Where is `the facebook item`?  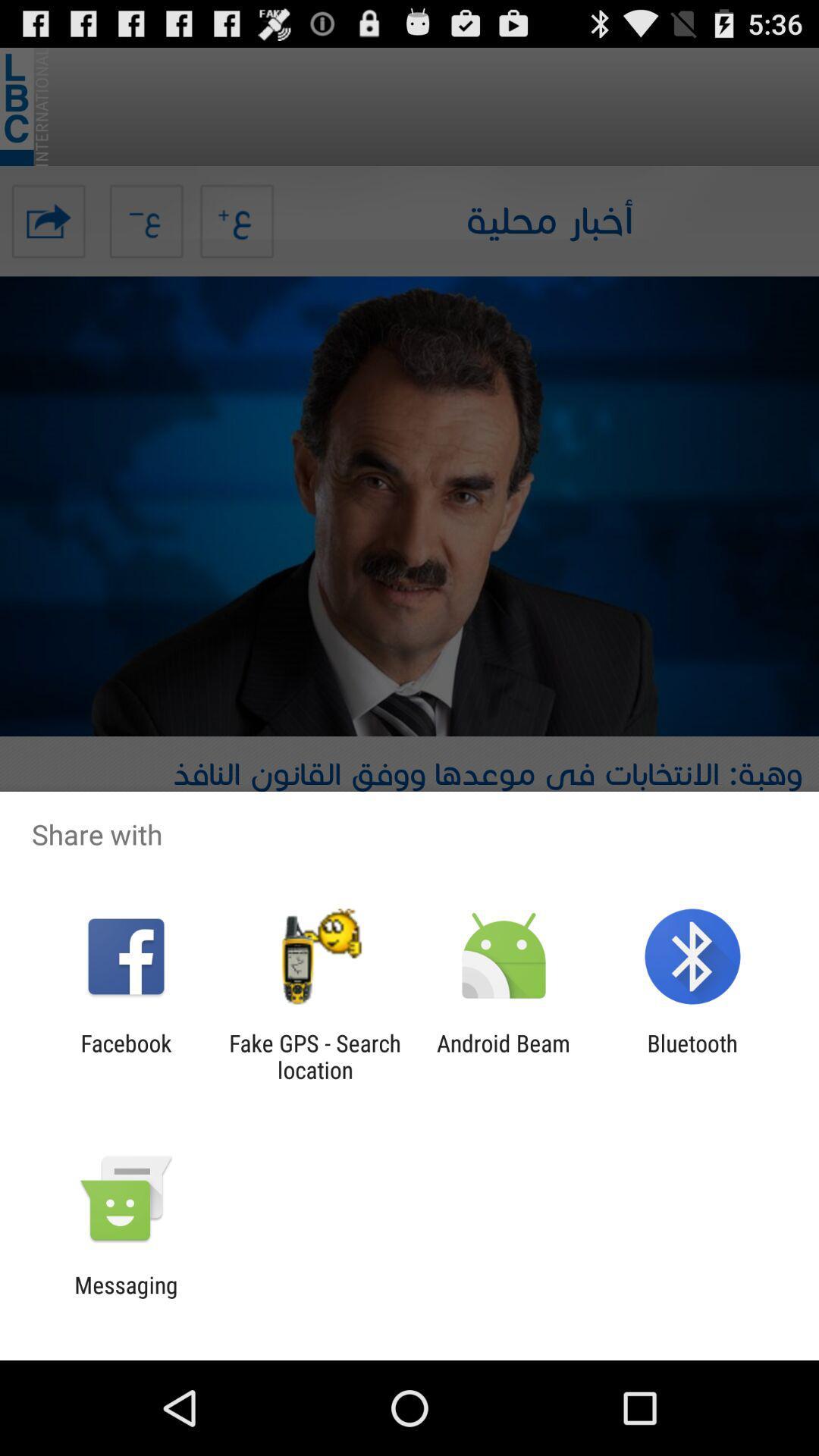 the facebook item is located at coordinates (125, 1056).